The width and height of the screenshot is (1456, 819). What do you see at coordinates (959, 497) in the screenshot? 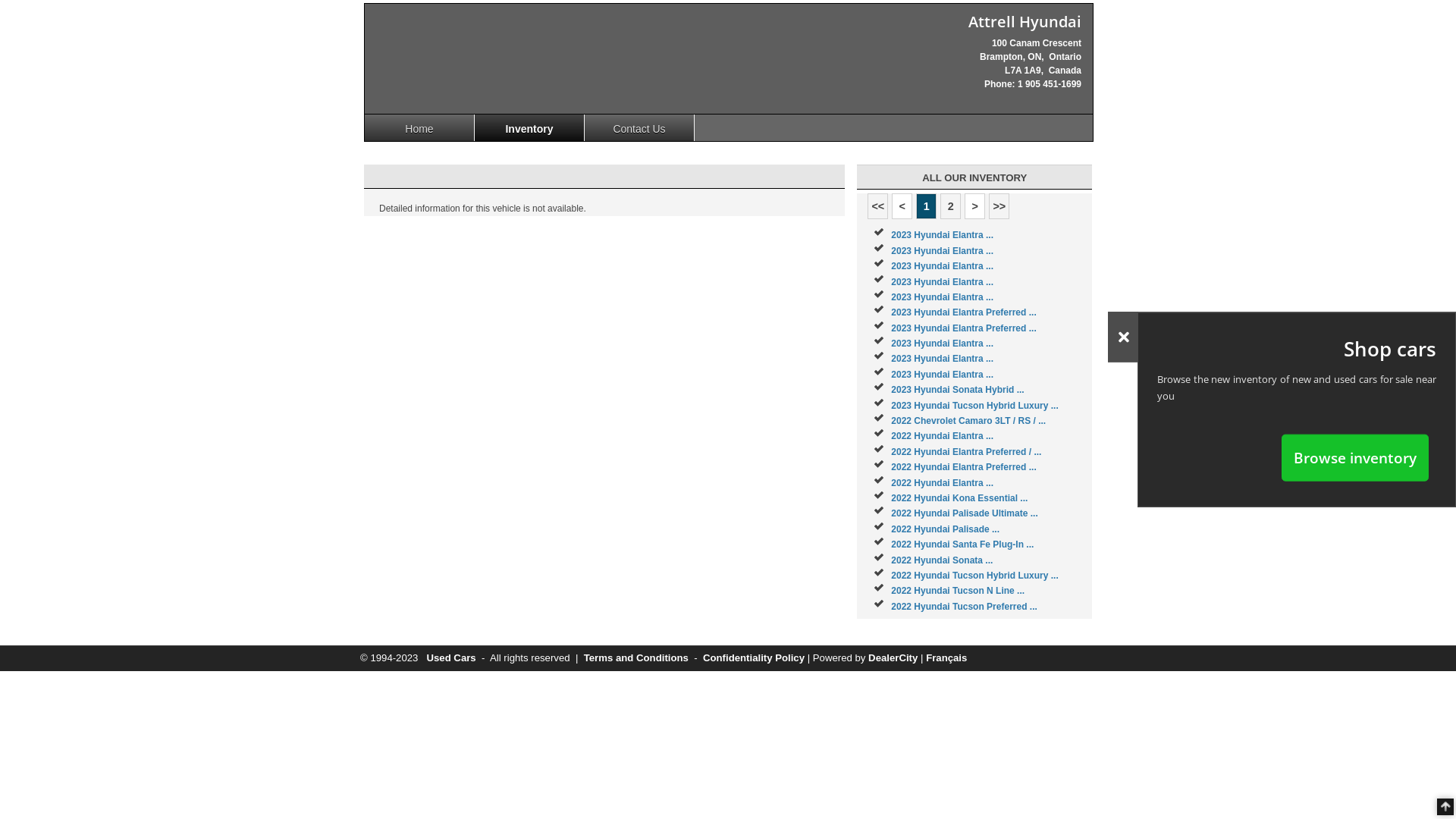
I see `'2022 Hyundai Kona Essential ...'` at bounding box center [959, 497].